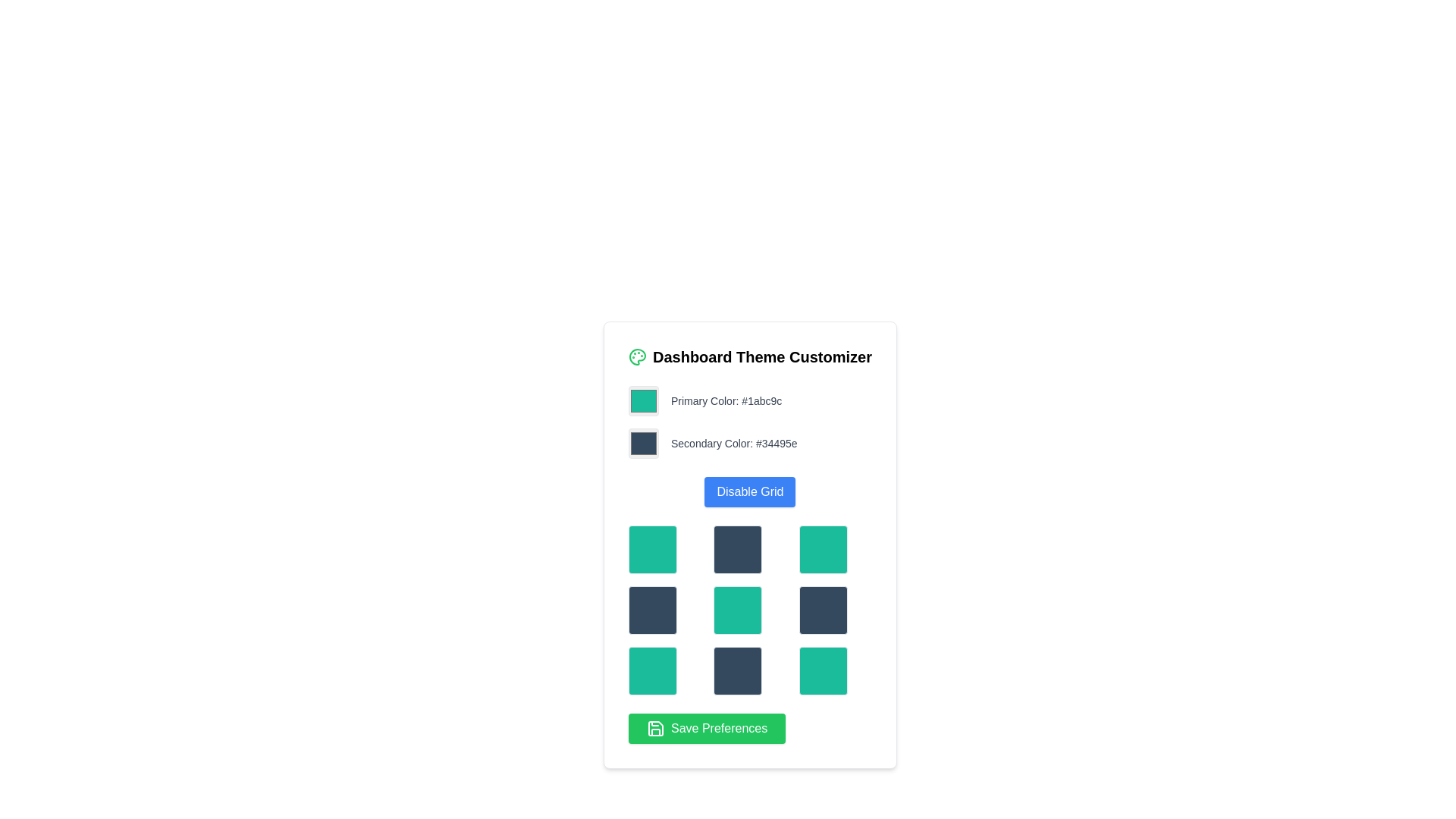 The width and height of the screenshot is (1456, 819). I want to click on the color picker box with a dark blue-gray color (#34495e), so click(644, 444).